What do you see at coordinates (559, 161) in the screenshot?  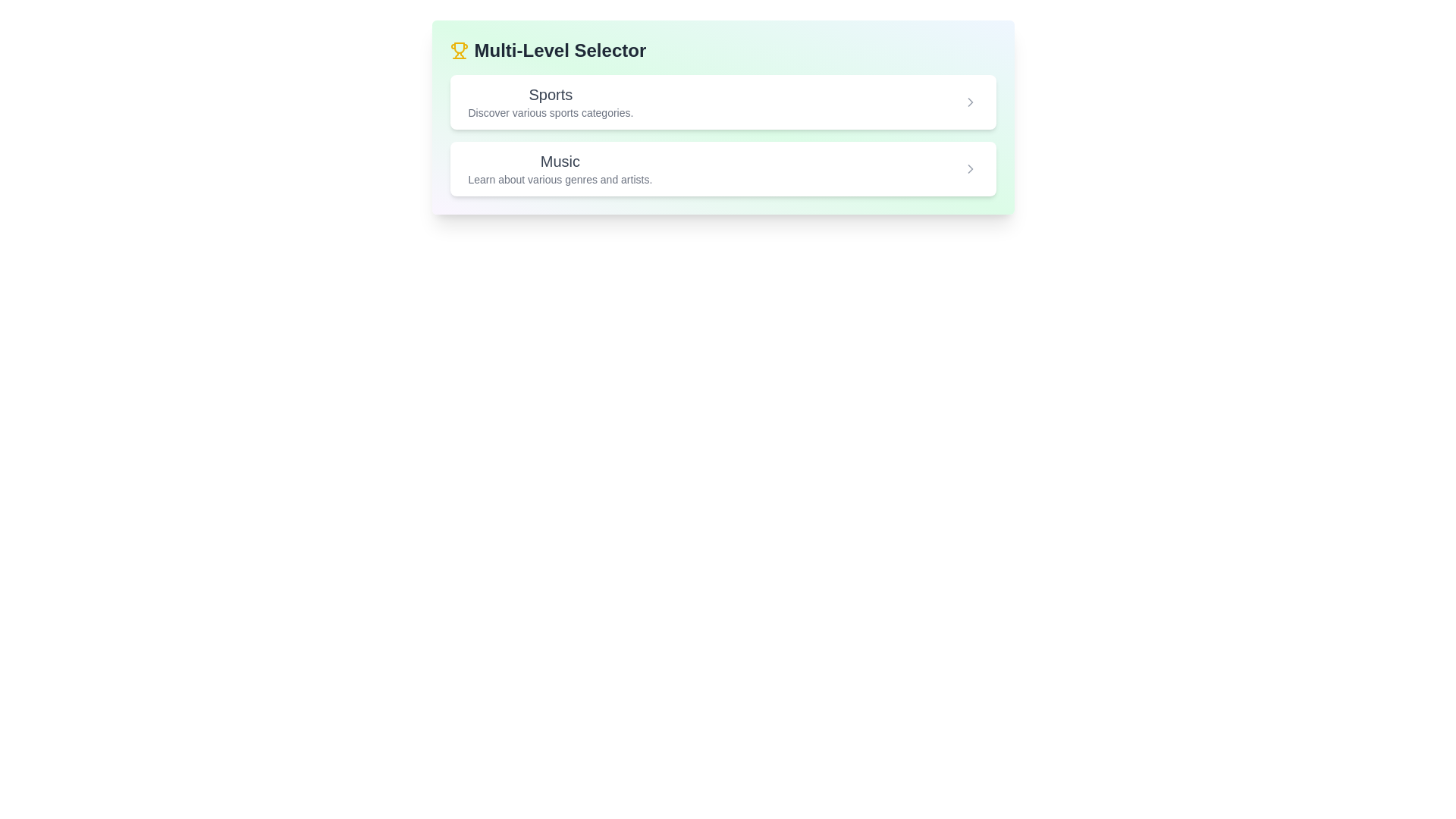 I see `the static text element displaying 'Music', which is prominently styled in a larger bold font and located in the second section under 'Multi-Level Selector'` at bounding box center [559, 161].